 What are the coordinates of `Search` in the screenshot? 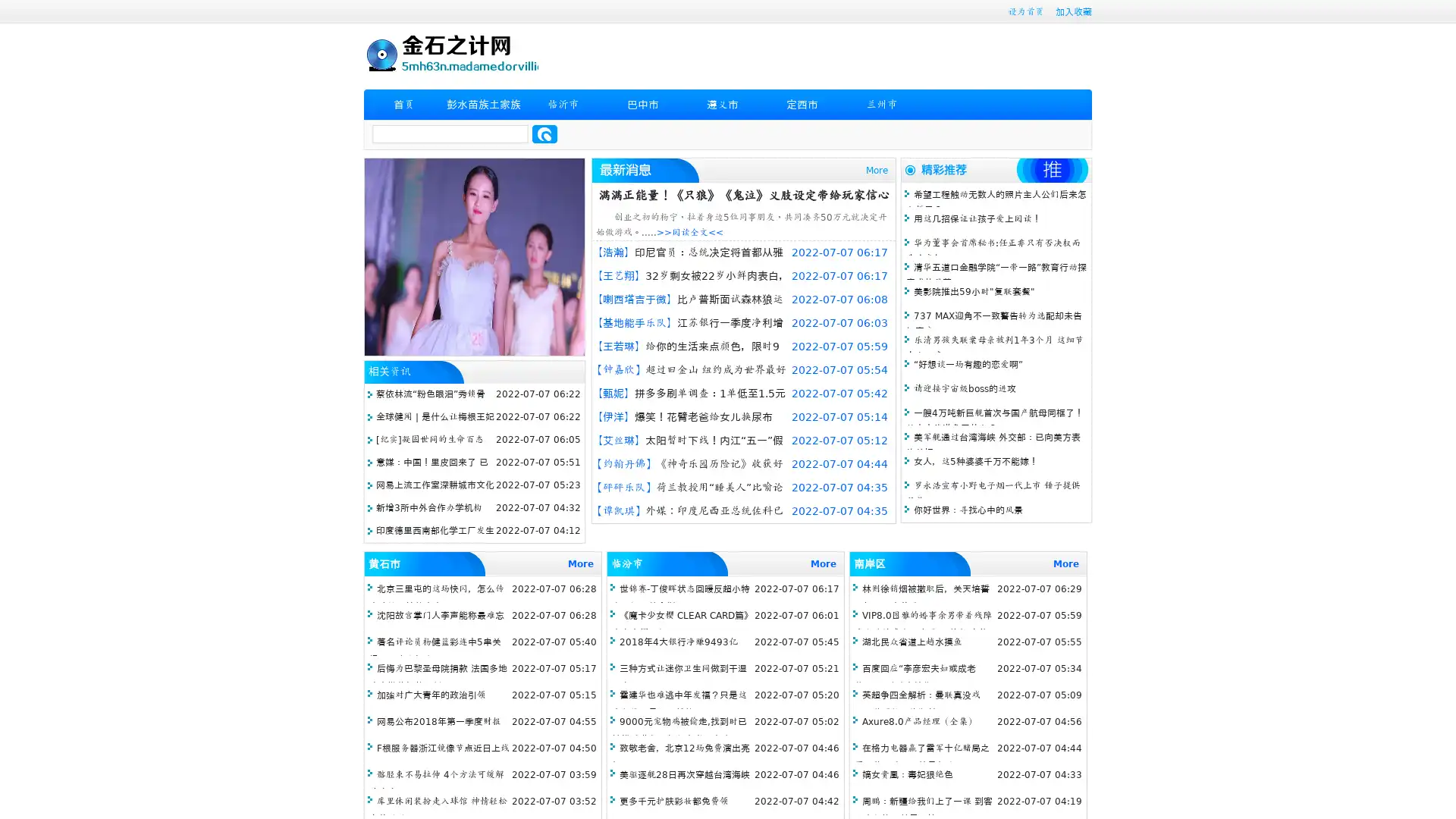 It's located at (544, 133).